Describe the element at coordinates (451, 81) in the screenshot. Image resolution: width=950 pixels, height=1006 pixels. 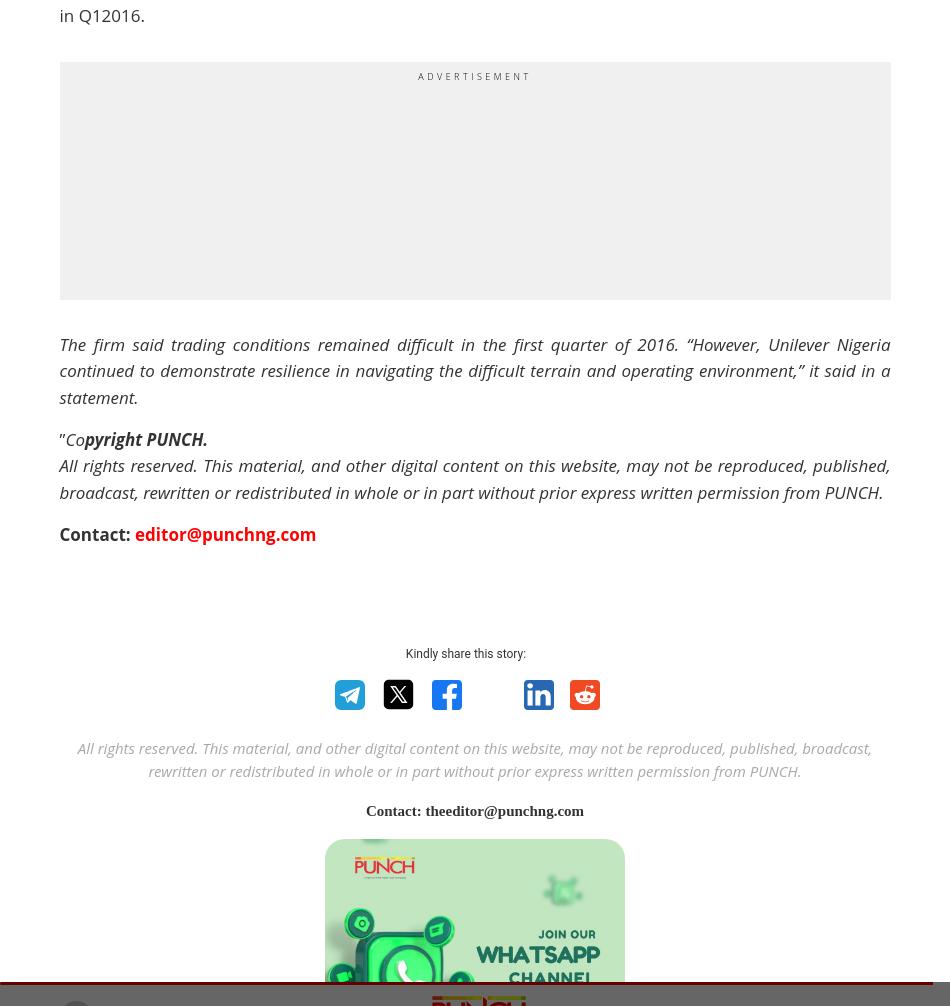
I see `'Join Now'` at that location.